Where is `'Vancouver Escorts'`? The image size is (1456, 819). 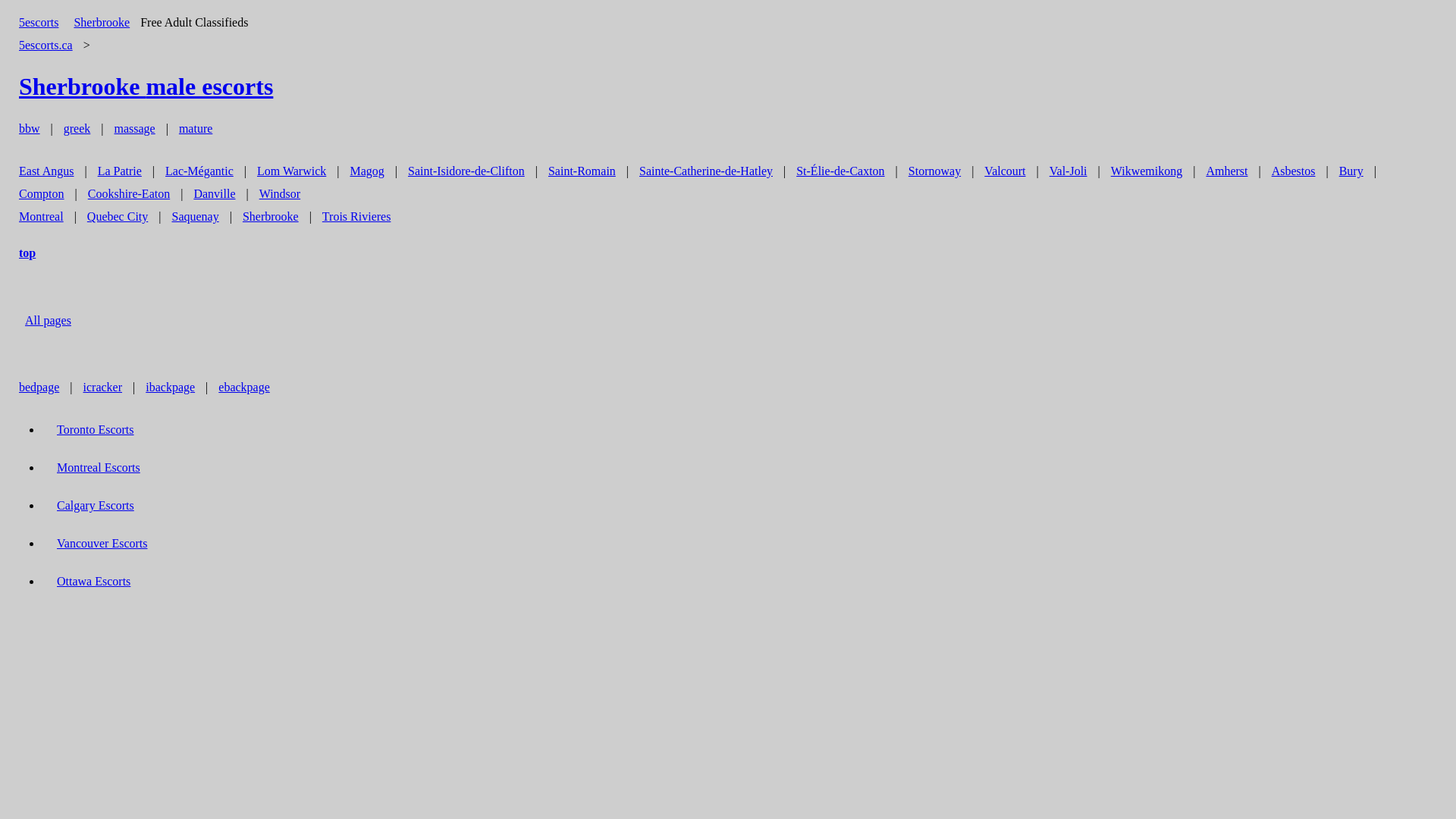
'Vancouver Escorts' is located at coordinates (101, 542).